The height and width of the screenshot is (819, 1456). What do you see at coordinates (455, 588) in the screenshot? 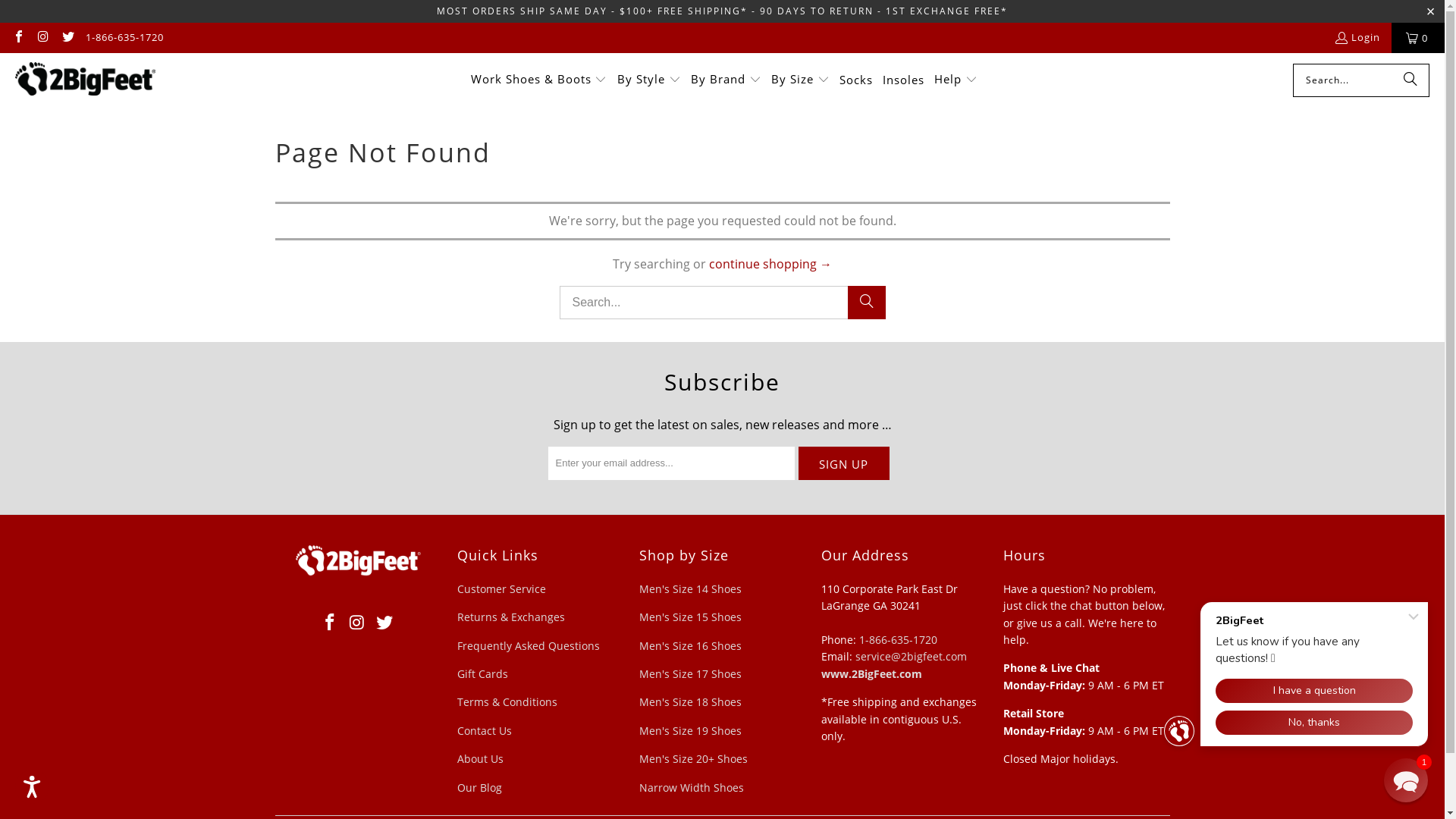
I see `'Customer Service'` at bounding box center [455, 588].